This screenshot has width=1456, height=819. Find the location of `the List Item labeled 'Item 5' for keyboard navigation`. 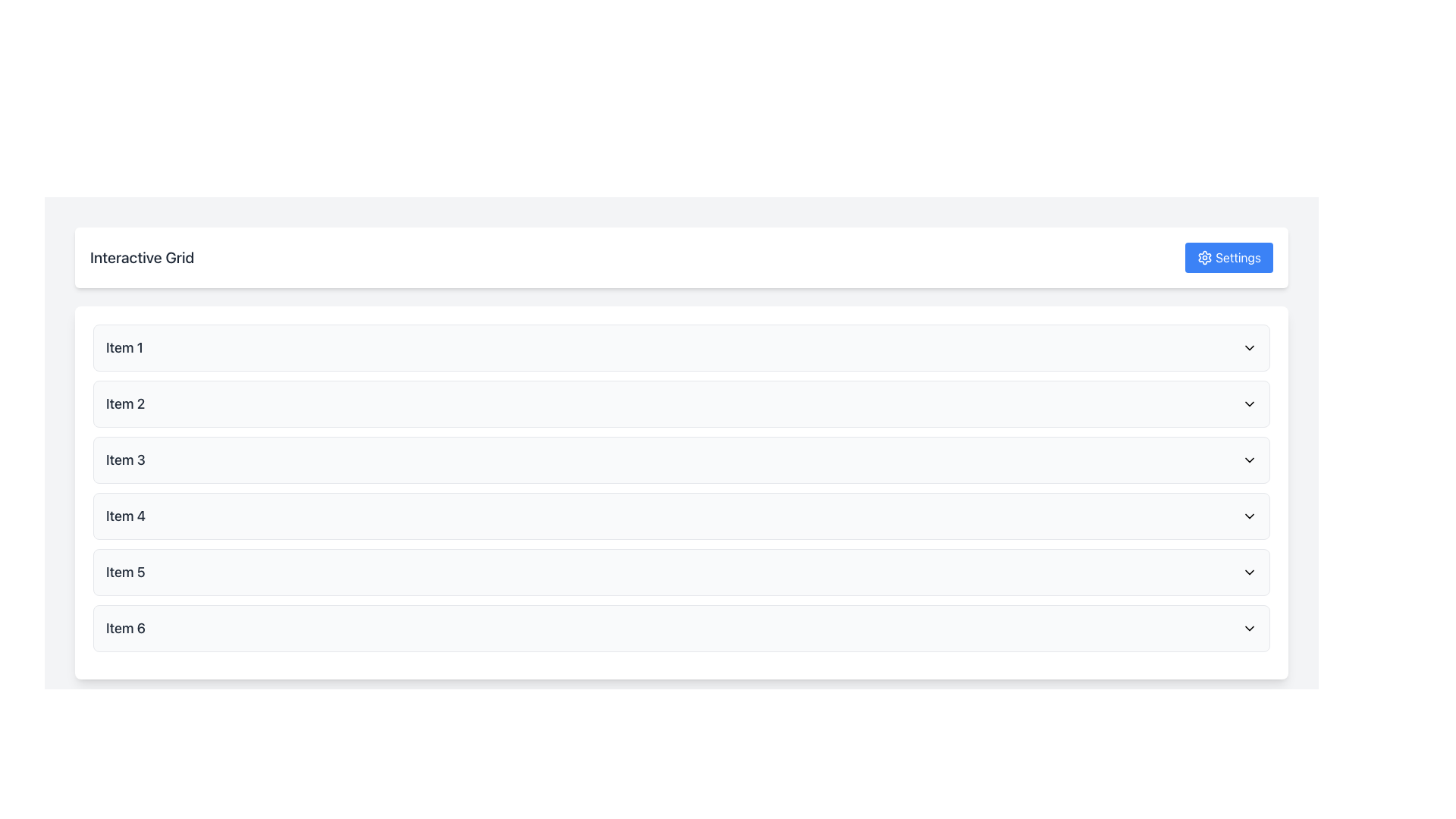

the List Item labeled 'Item 5' for keyboard navigation is located at coordinates (680, 573).